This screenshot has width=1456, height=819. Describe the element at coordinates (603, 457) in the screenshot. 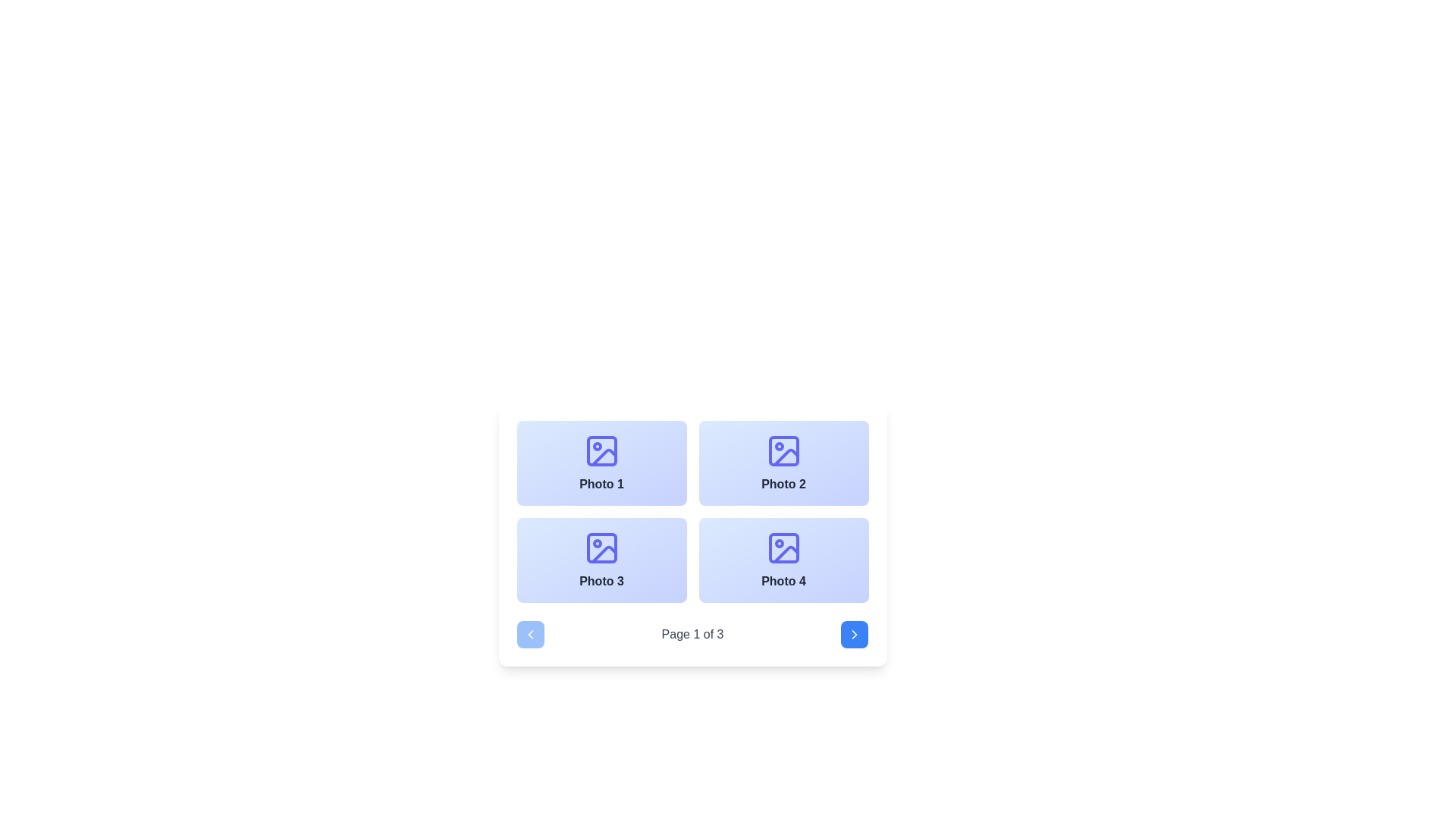

I see `the slanted line vector graphic with a small triangular curve, part of the 'Photo 1' icon box in the top-left quadrant of the grid layout` at that location.